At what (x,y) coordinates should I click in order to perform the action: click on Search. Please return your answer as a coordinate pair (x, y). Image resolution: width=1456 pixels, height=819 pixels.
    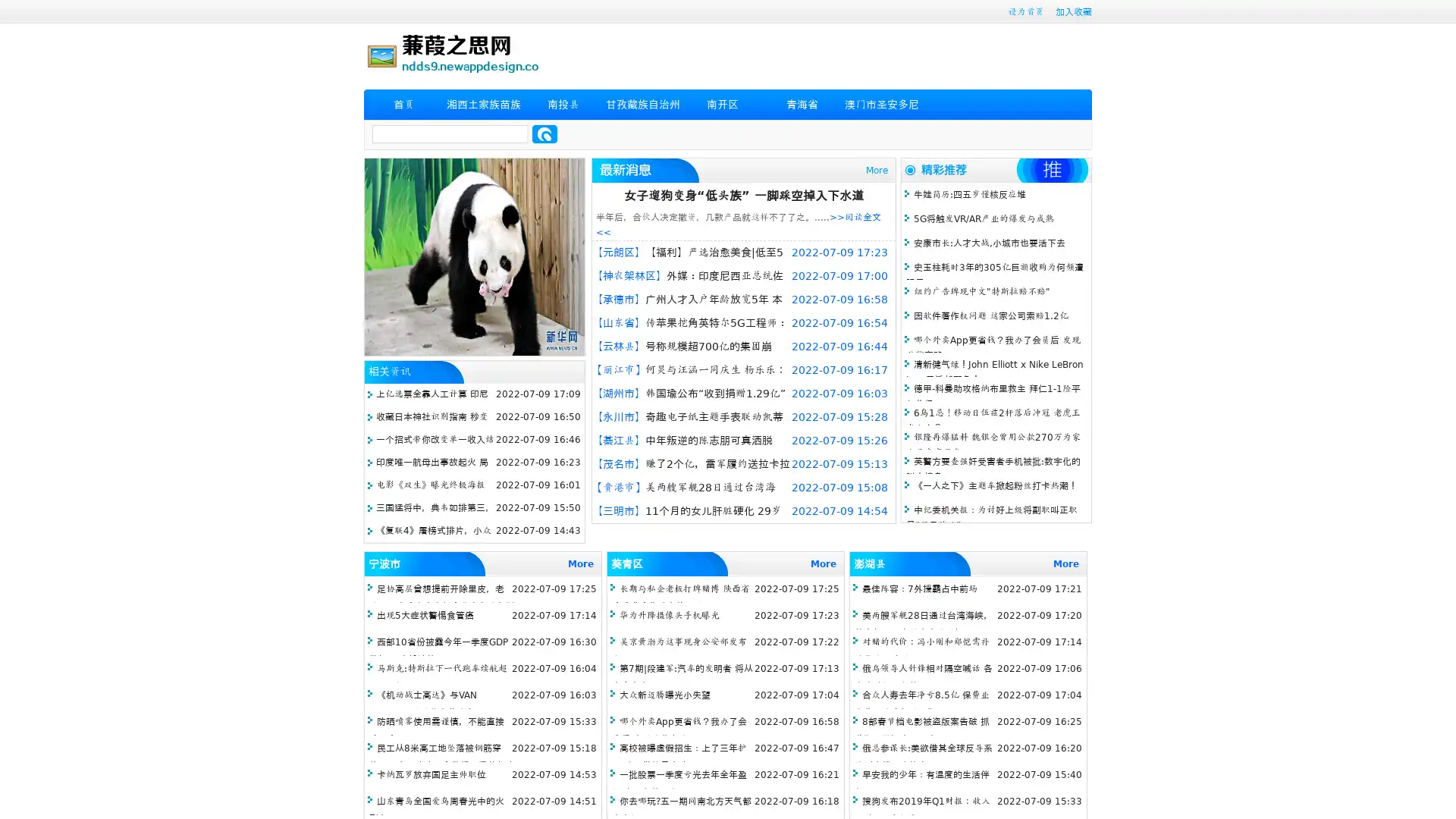
    Looking at the image, I should click on (544, 133).